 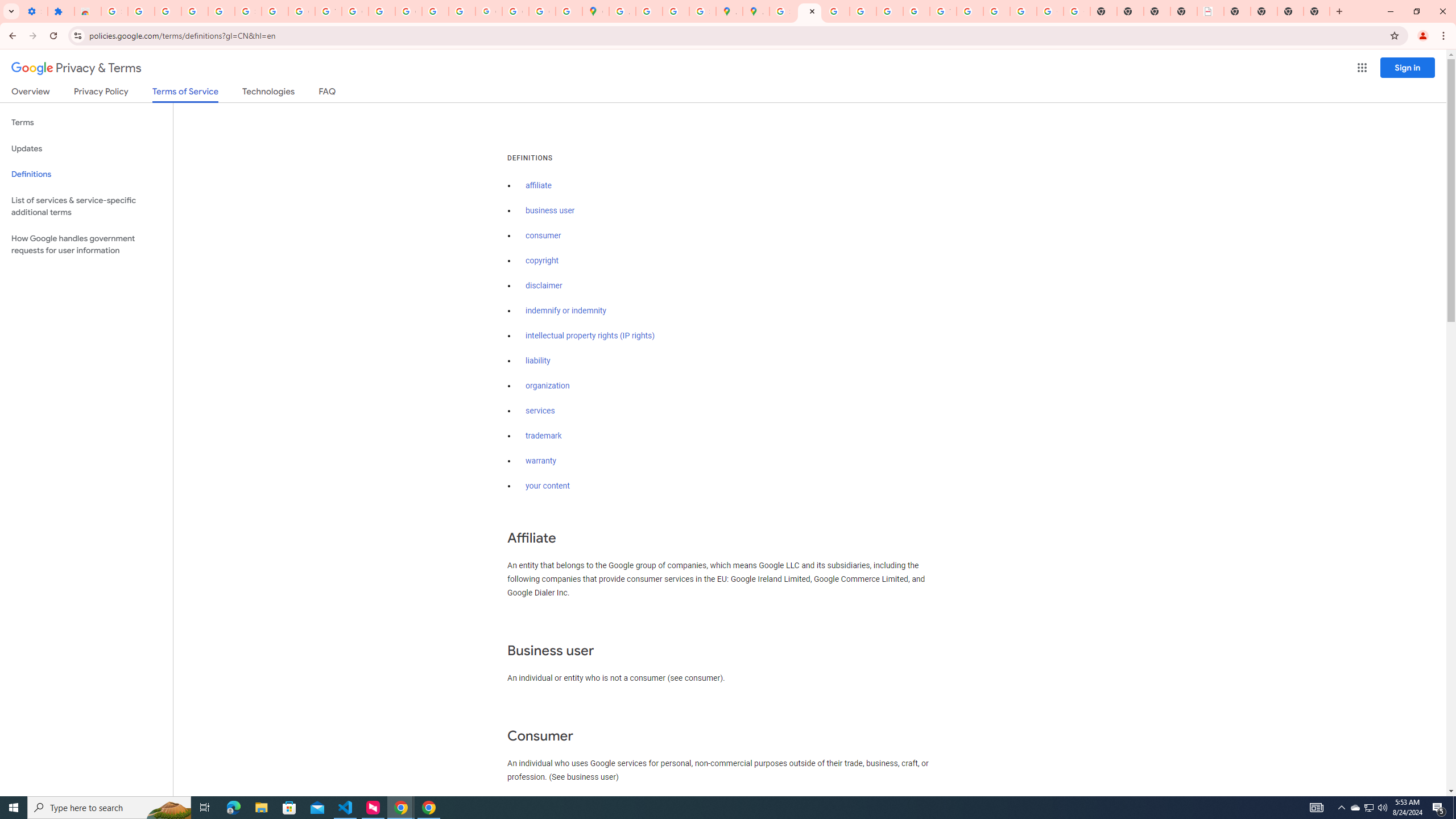 I want to click on 'intellectual property rights (IP rights)', so click(x=590, y=336).